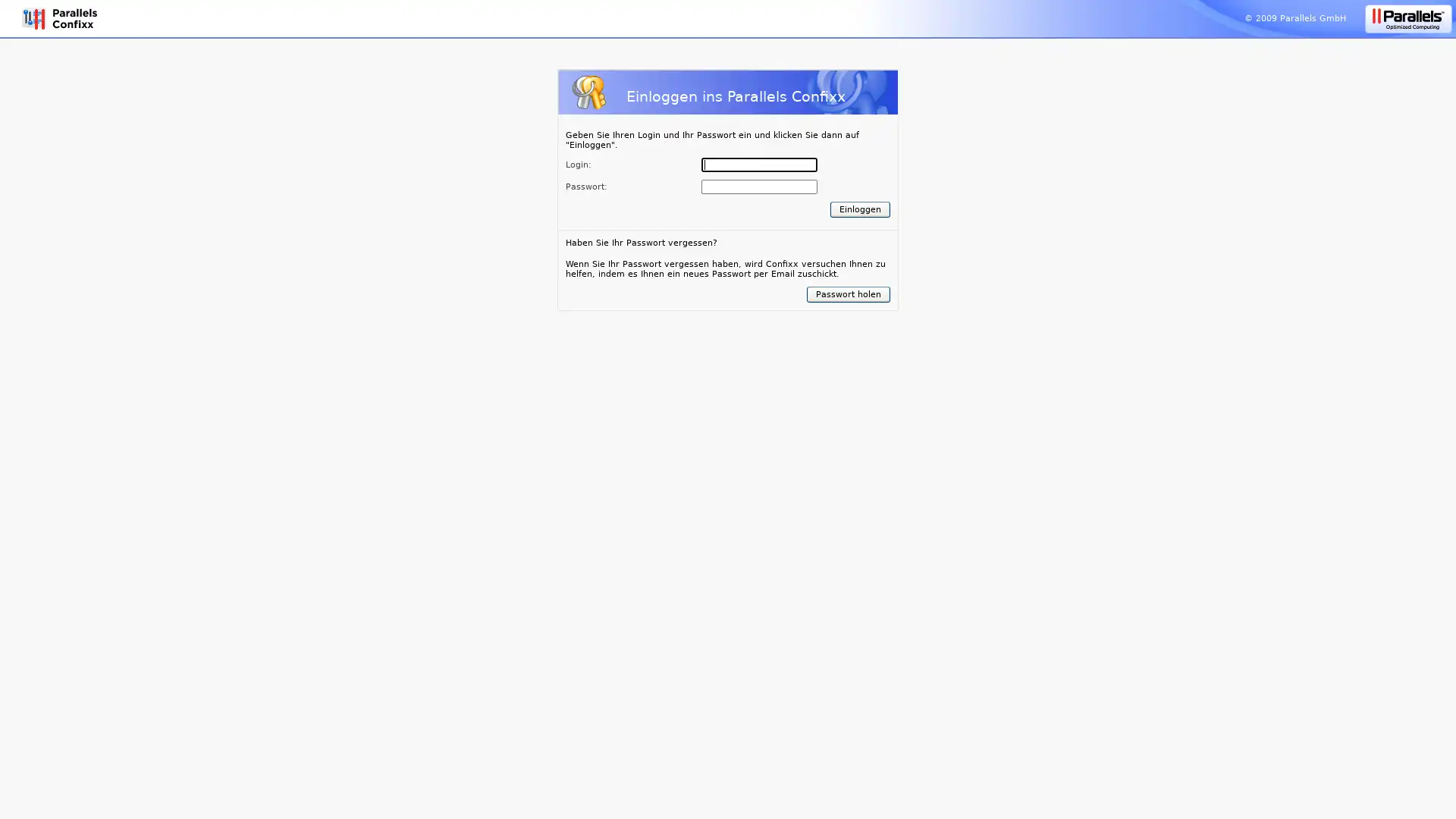 The width and height of the screenshot is (1456, 819). Describe the element at coordinates (885, 209) in the screenshot. I see `Submit` at that location.